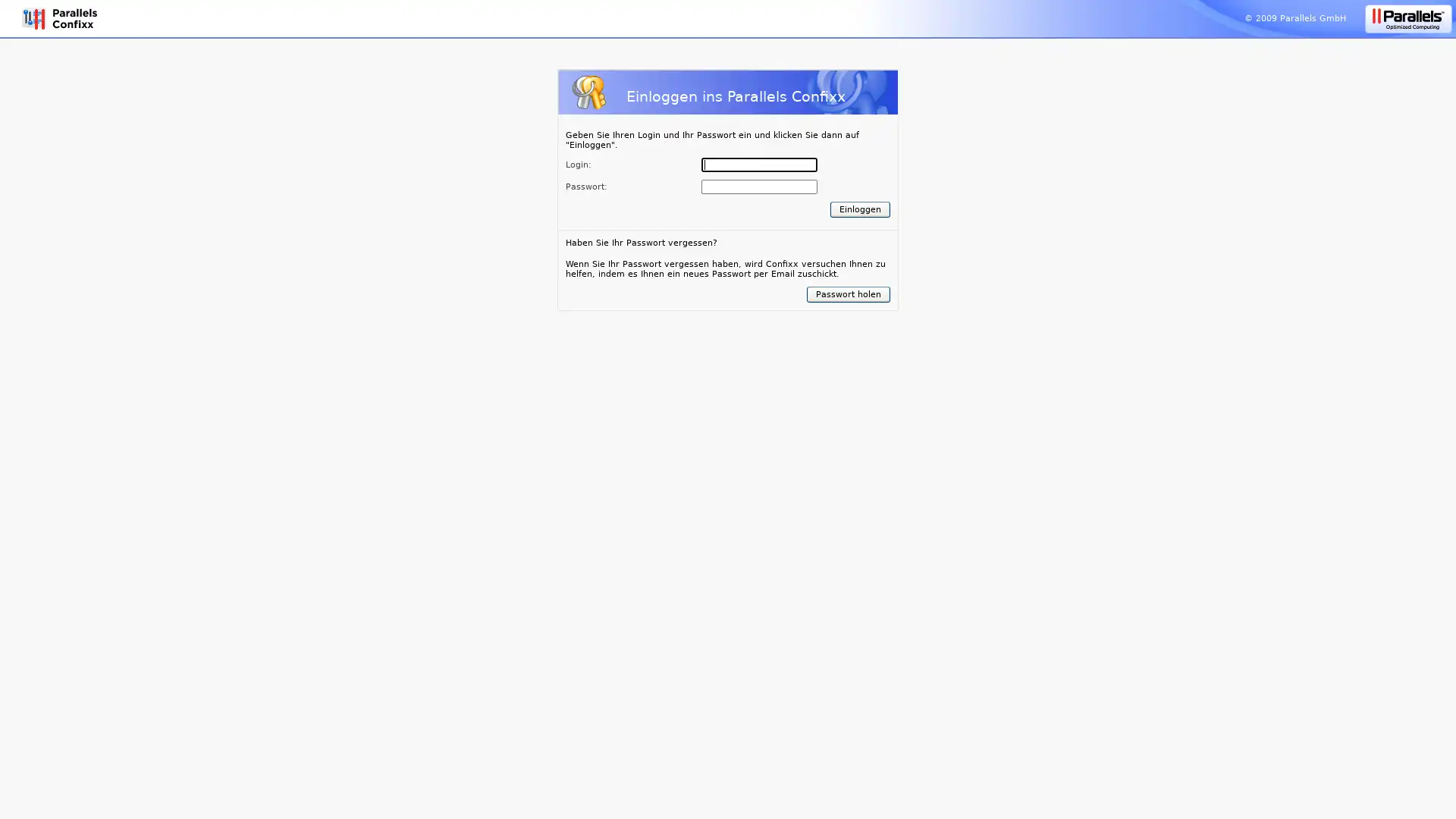 The width and height of the screenshot is (1456, 819). Describe the element at coordinates (885, 209) in the screenshot. I see `Submit` at that location.